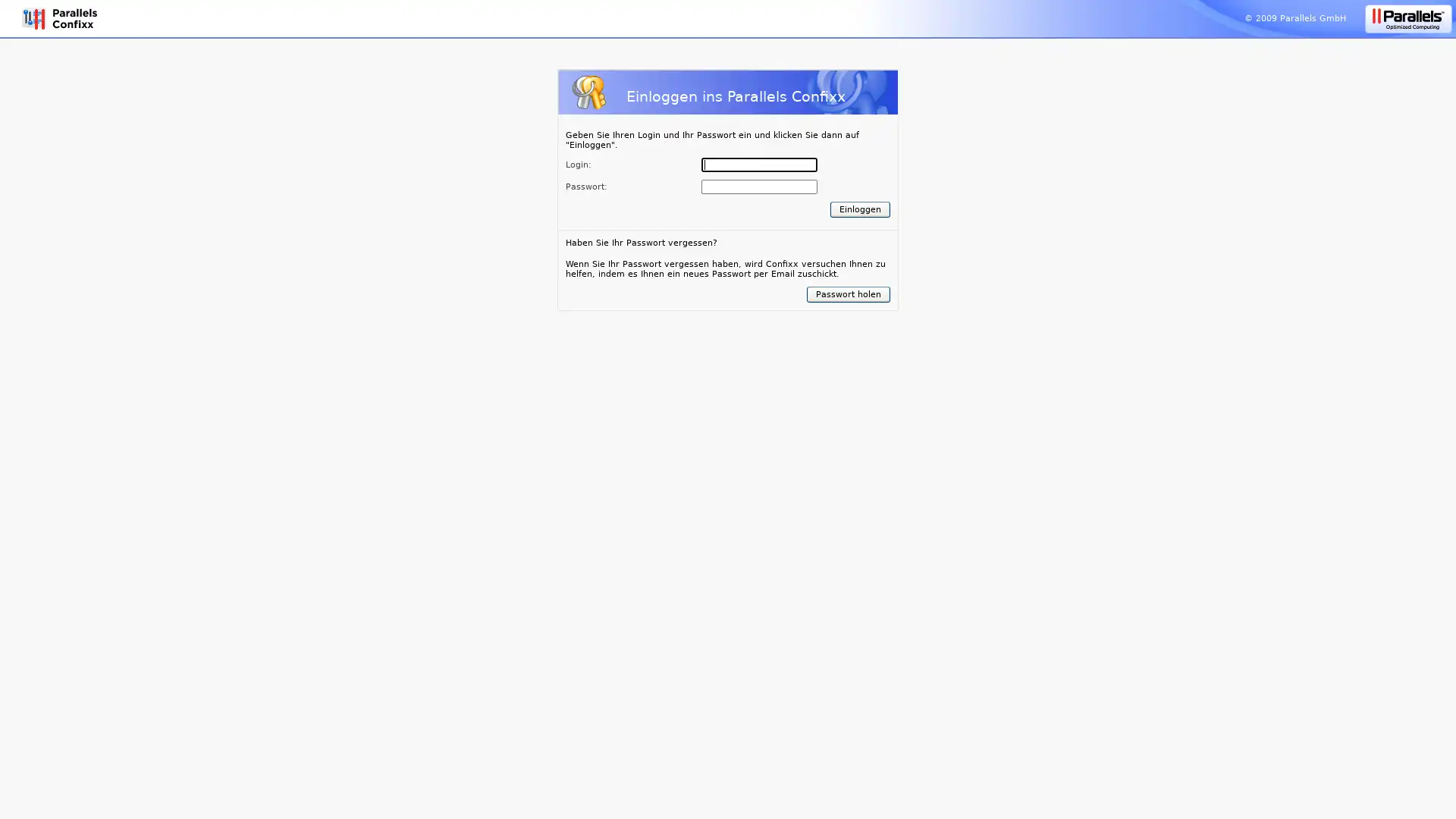 The width and height of the screenshot is (1456, 819). Describe the element at coordinates (885, 209) in the screenshot. I see `Submit` at that location.